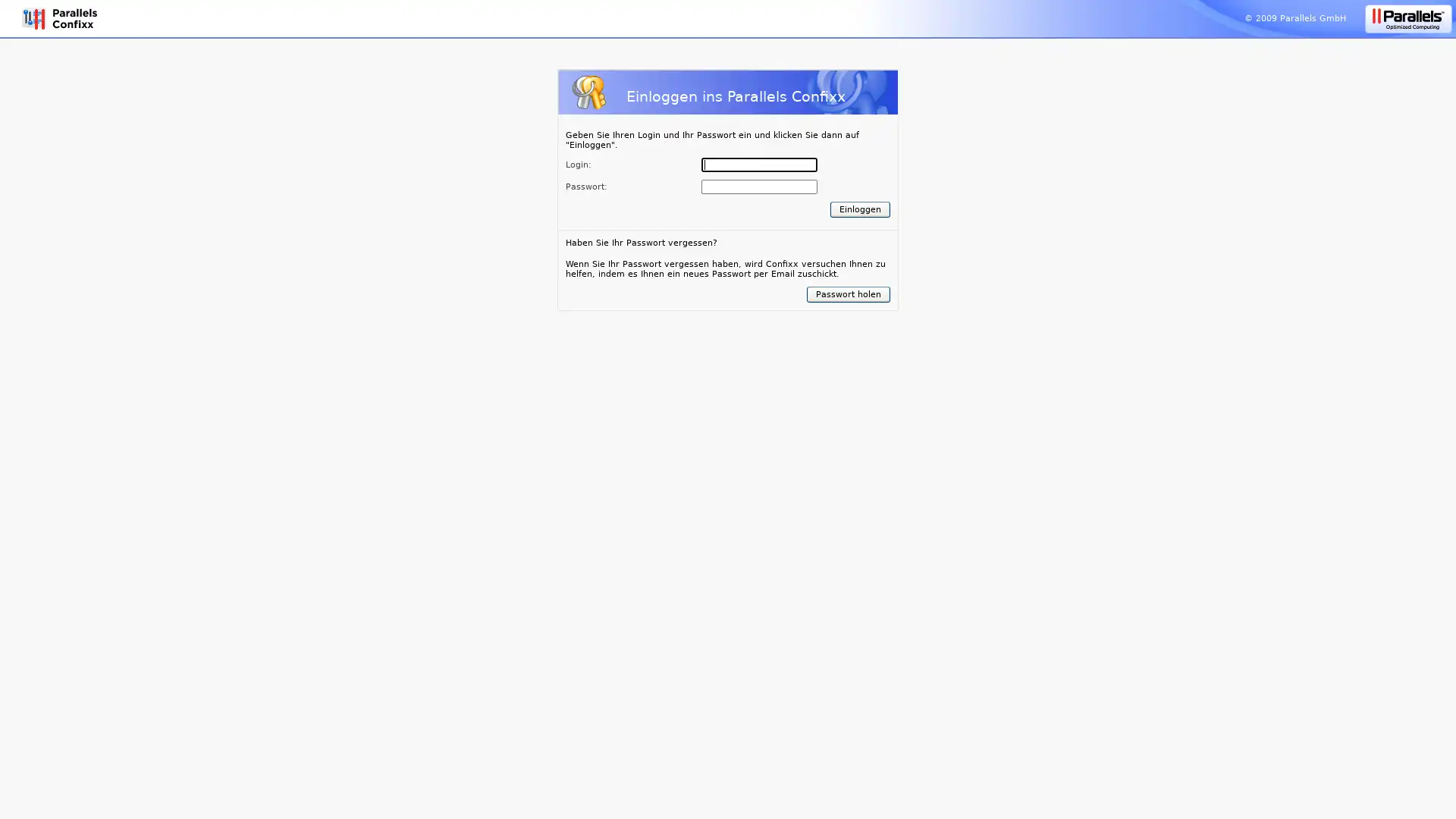 The width and height of the screenshot is (1456, 819). Describe the element at coordinates (885, 209) in the screenshot. I see `Submit` at that location.